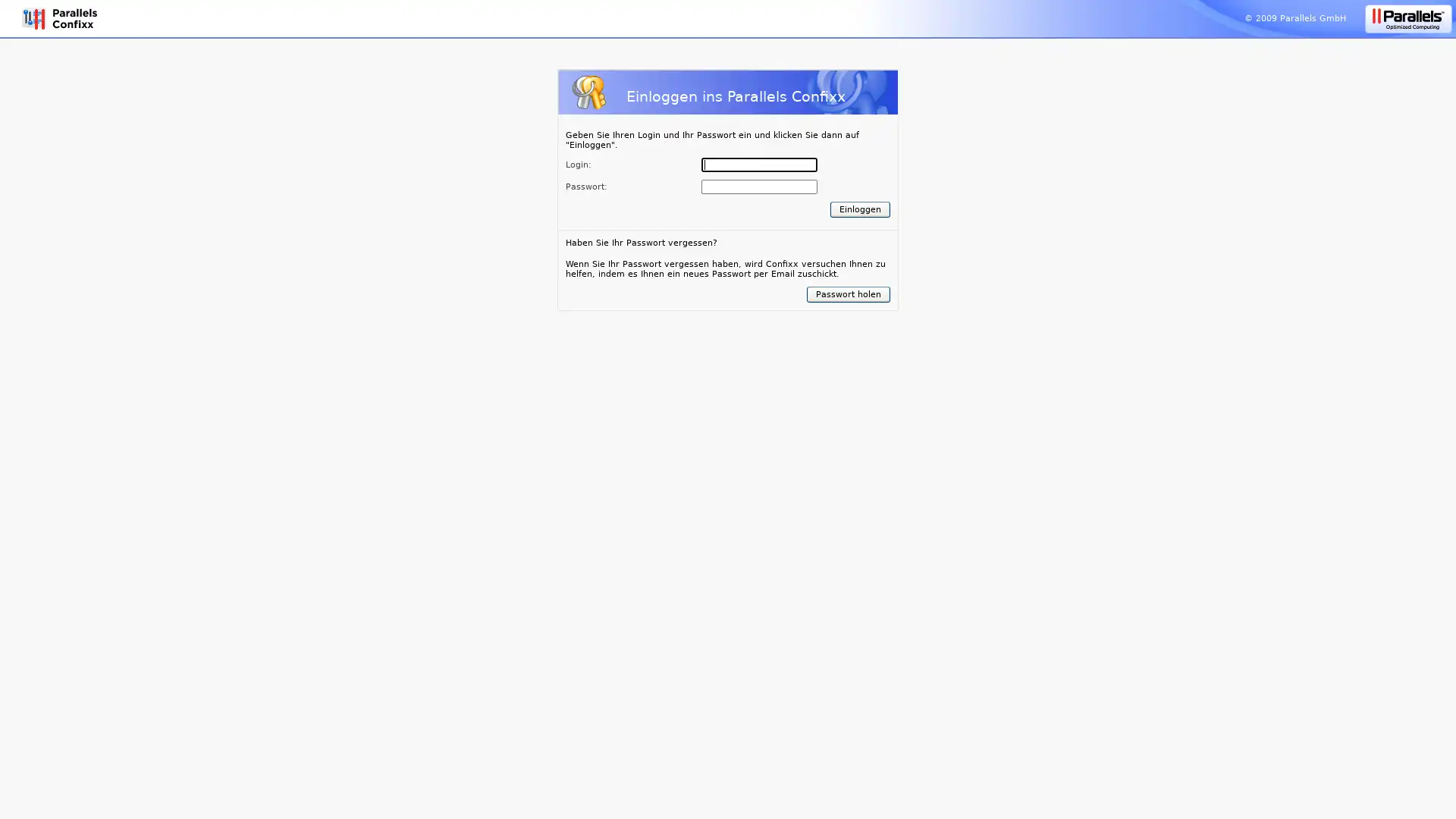 The width and height of the screenshot is (1456, 819). Describe the element at coordinates (885, 209) in the screenshot. I see `Submit` at that location.